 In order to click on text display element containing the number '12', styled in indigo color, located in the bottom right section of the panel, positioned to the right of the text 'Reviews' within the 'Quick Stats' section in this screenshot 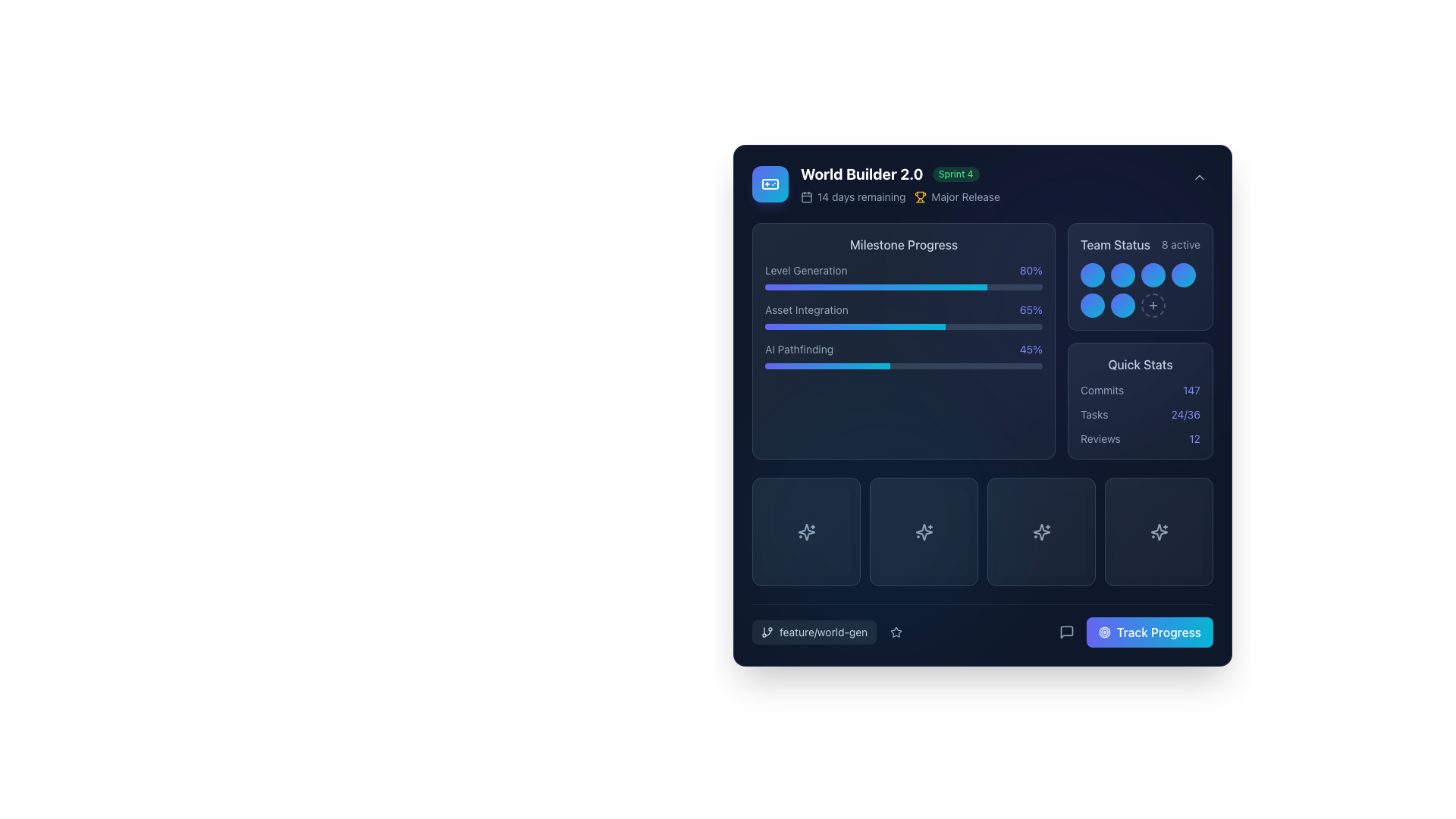, I will do `click(1194, 438)`.